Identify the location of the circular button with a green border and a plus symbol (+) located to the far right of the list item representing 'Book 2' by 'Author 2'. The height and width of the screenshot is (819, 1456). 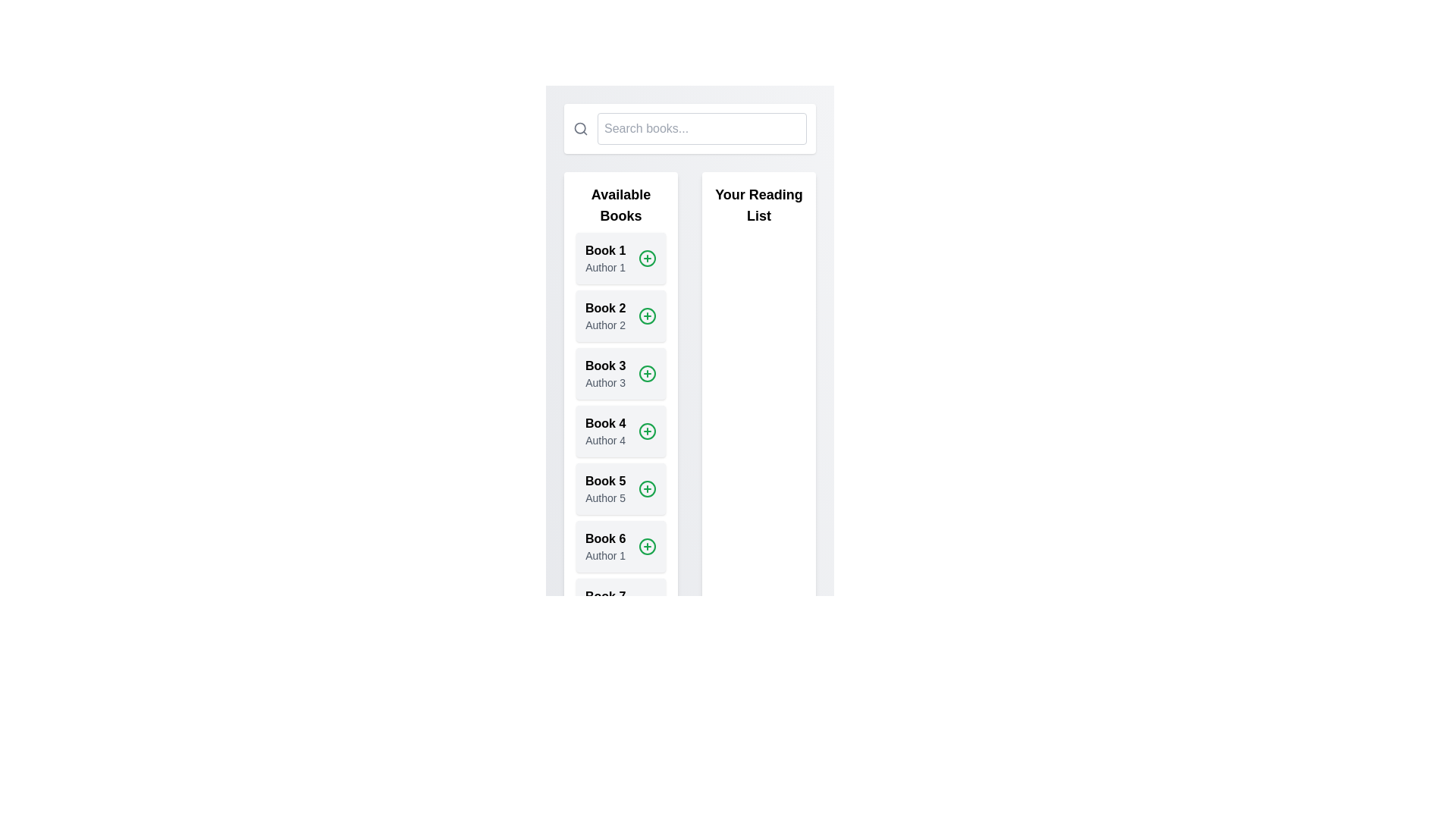
(648, 315).